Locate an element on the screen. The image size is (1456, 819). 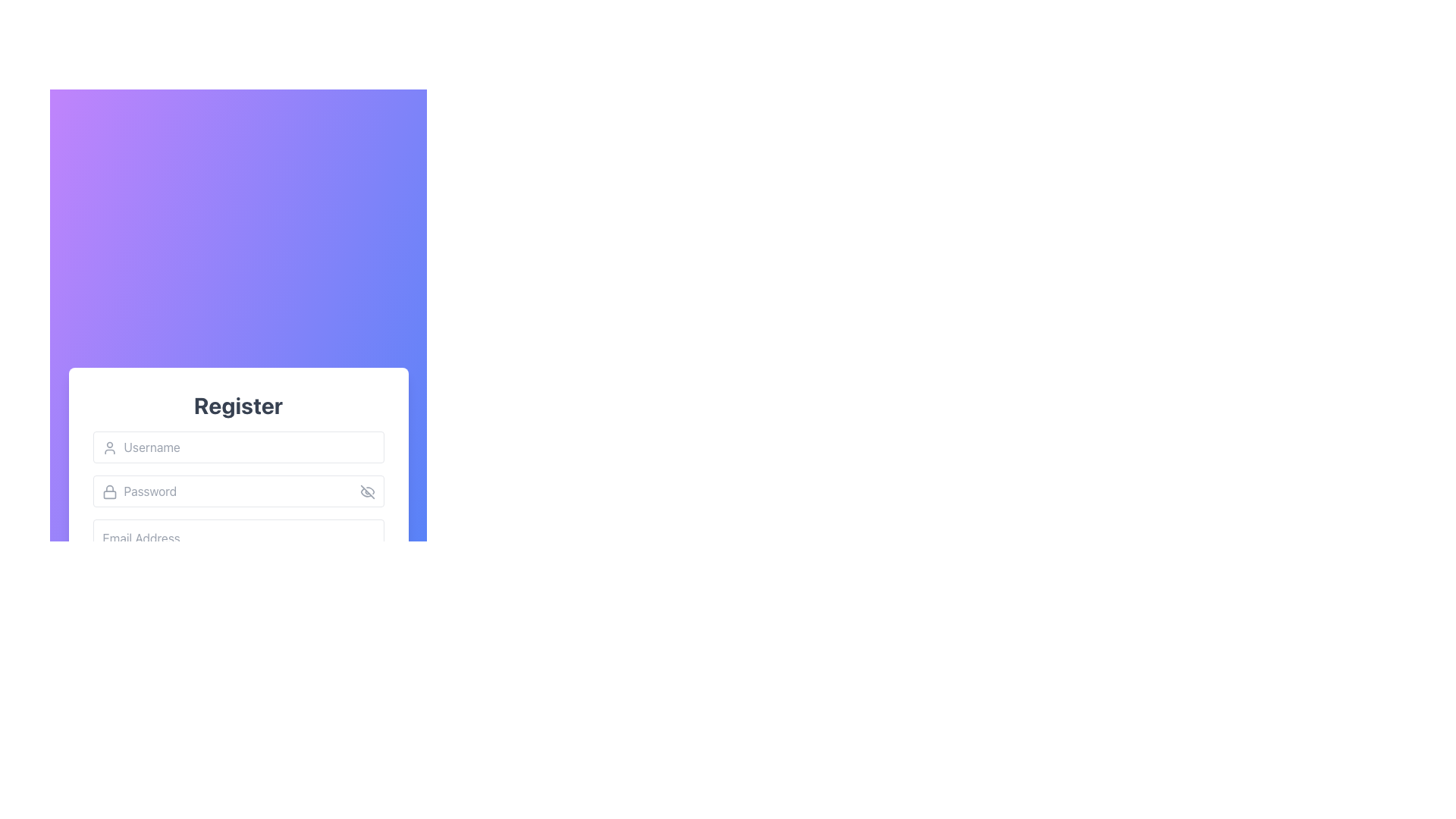
the user profile icon located to the left of the username input box, which is styled in gray and indicates a user or login-related field is located at coordinates (108, 447).